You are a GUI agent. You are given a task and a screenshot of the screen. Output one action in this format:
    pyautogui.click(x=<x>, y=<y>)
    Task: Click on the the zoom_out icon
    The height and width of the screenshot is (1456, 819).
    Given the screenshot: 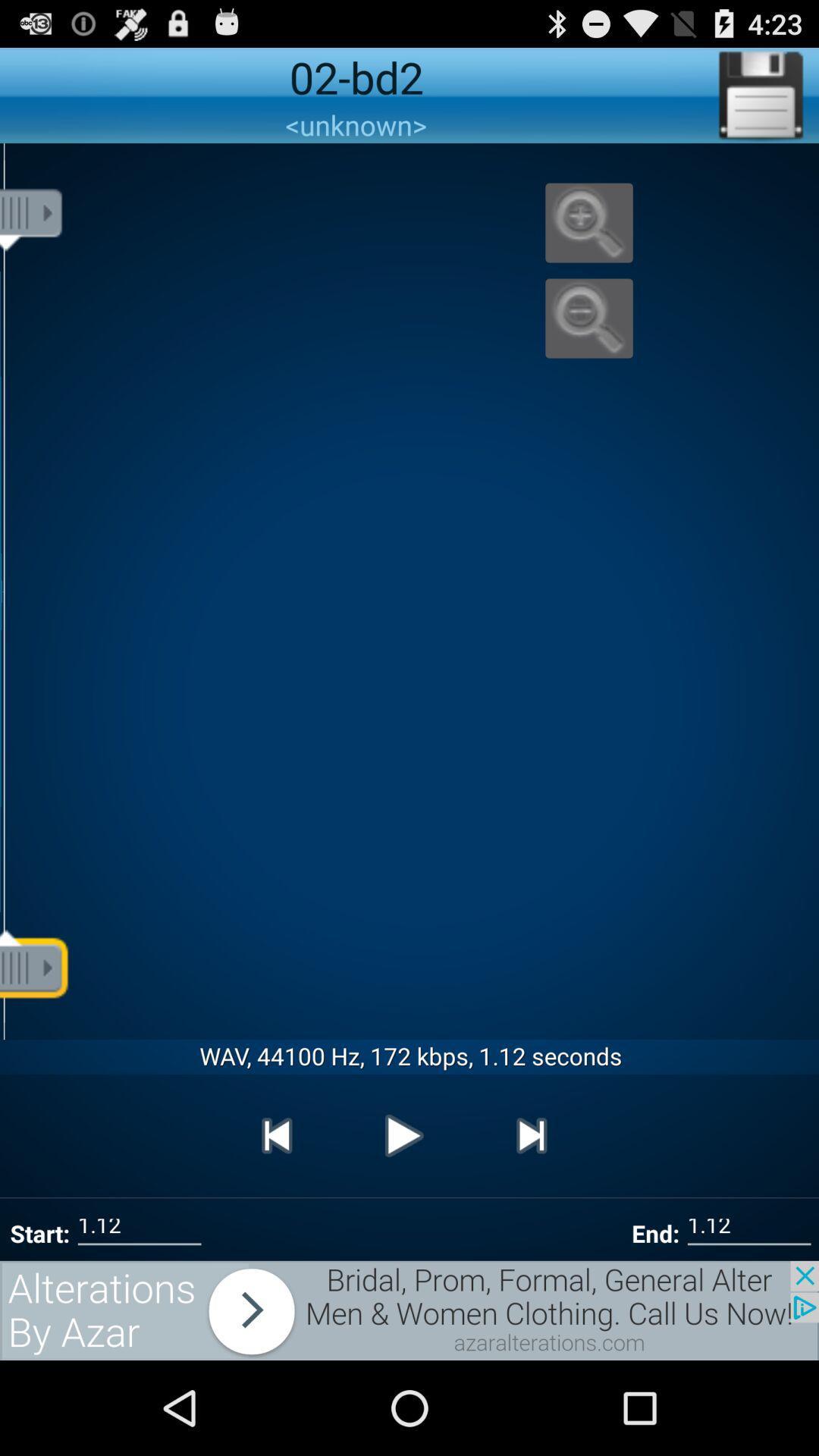 What is the action you would take?
    pyautogui.click(x=588, y=340)
    